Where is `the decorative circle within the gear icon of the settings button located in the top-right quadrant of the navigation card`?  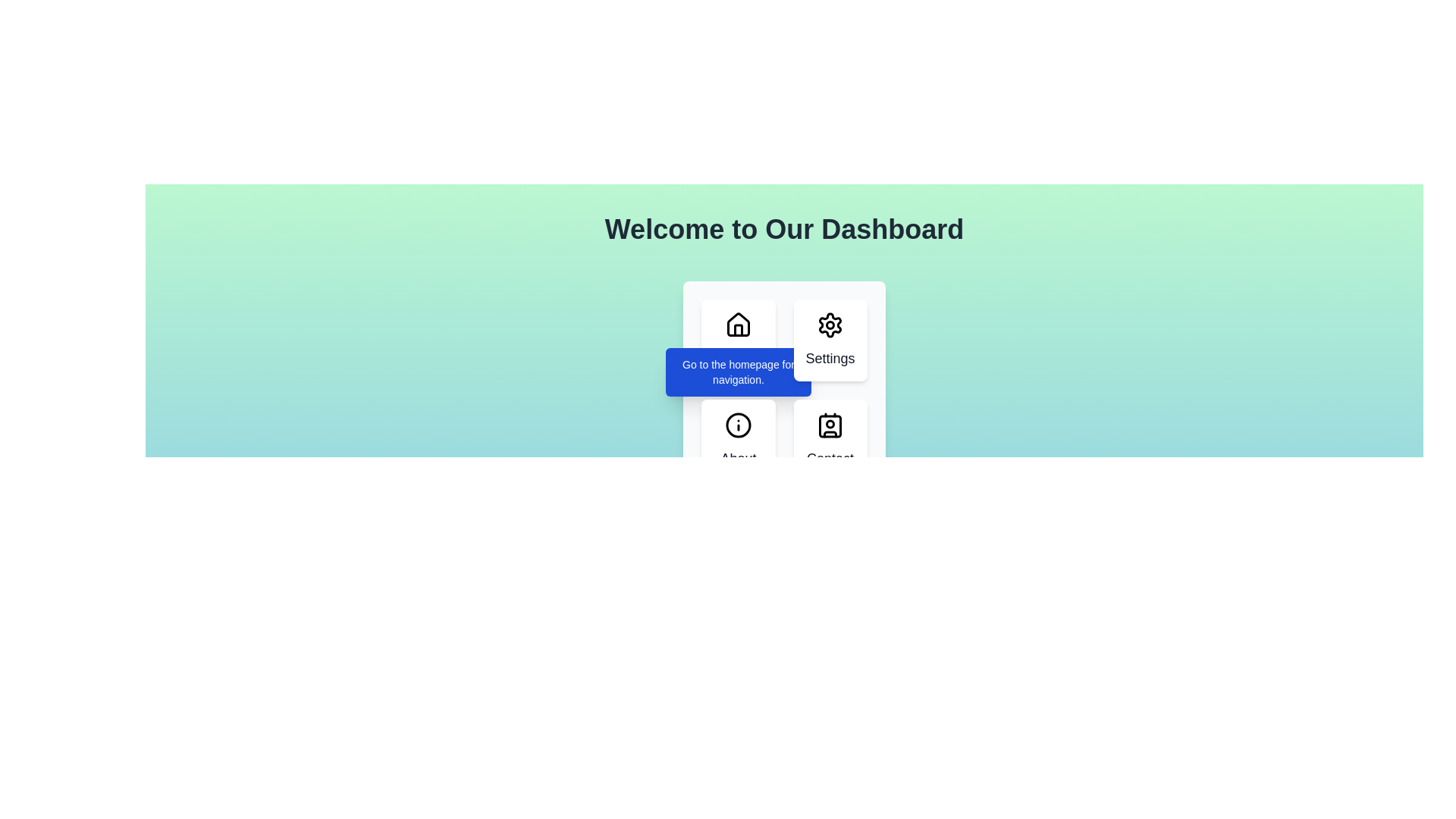 the decorative circle within the gear icon of the settings button located in the top-right quadrant of the navigation card is located at coordinates (829, 324).